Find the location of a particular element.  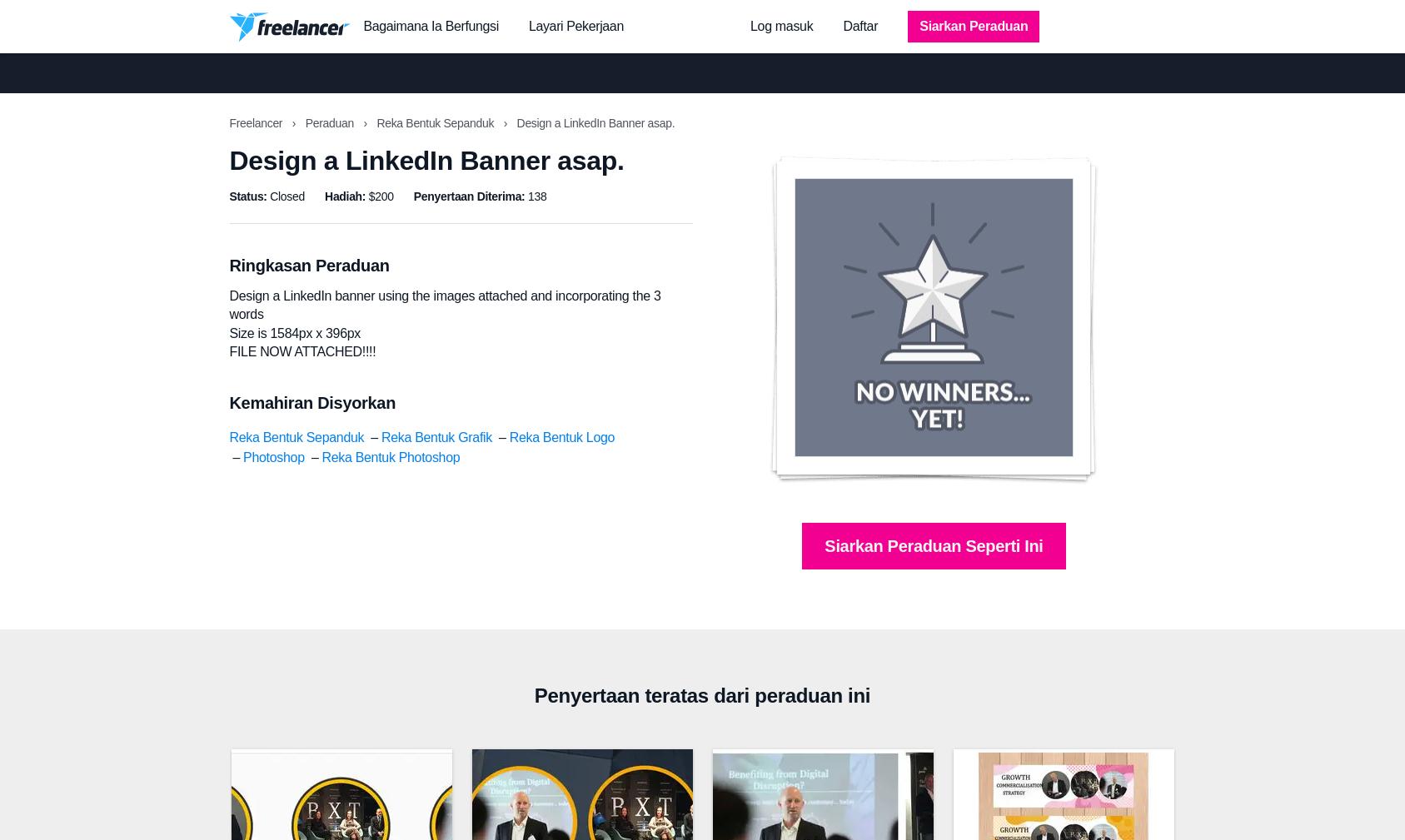

'Size is 1584px x 396px' is located at coordinates (293, 331).